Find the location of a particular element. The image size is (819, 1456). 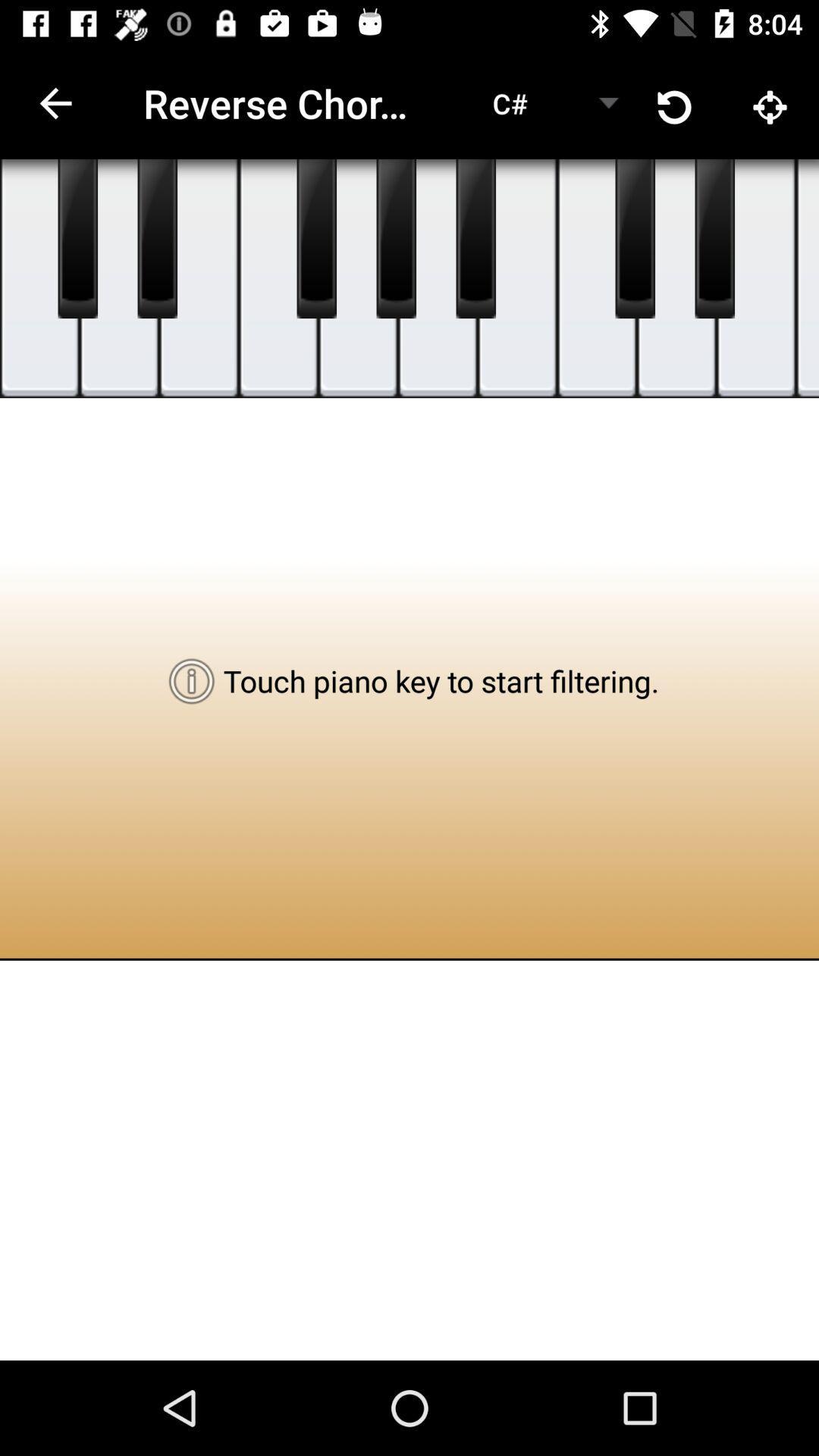

filter 6th piano key is located at coordinates (438, 278).